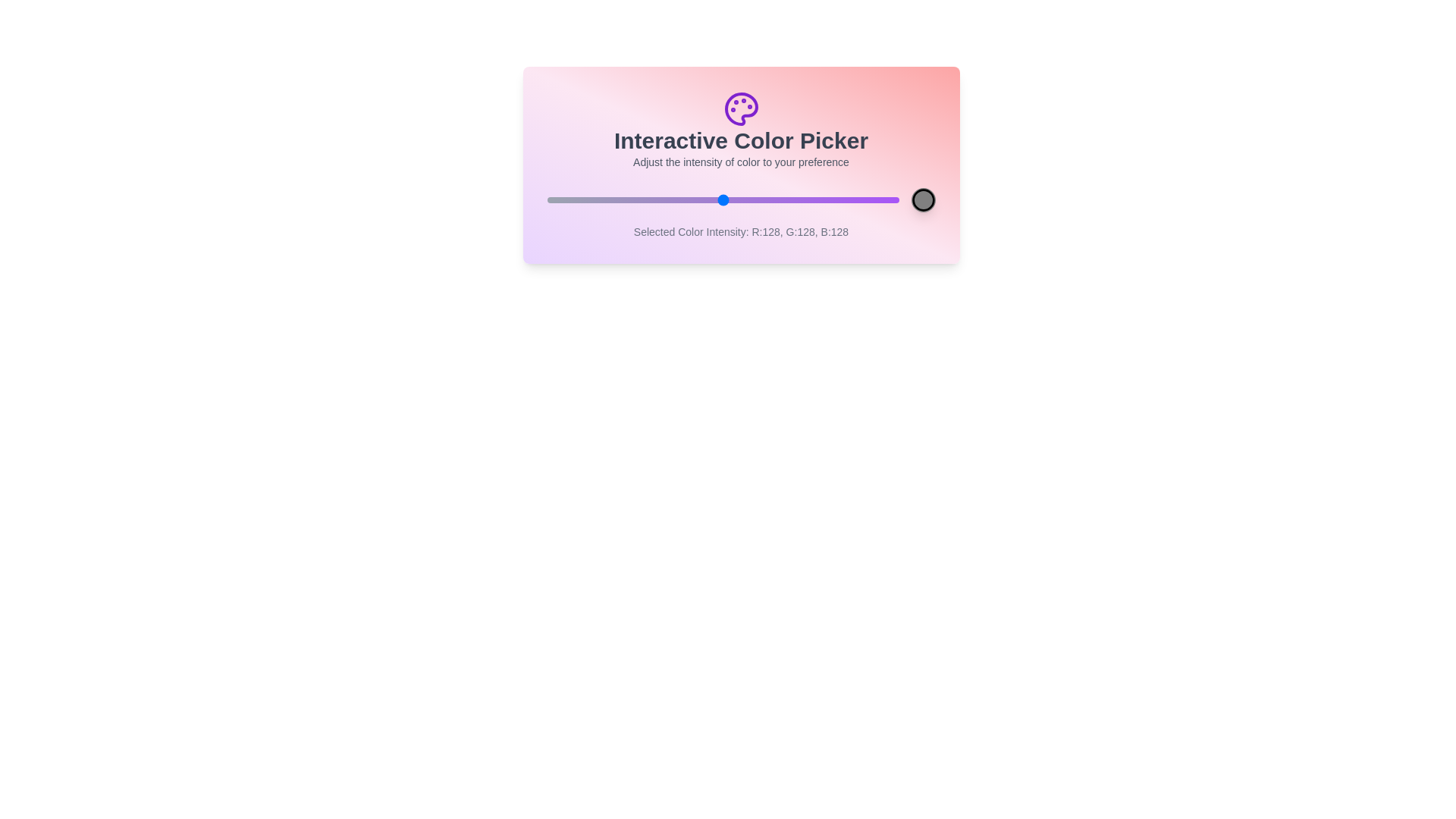  What do you see at coordinates (665, 199) in the screenshot?
I see `the color intensity to 86 by dragging the slider` at bounding box center [665, 199].